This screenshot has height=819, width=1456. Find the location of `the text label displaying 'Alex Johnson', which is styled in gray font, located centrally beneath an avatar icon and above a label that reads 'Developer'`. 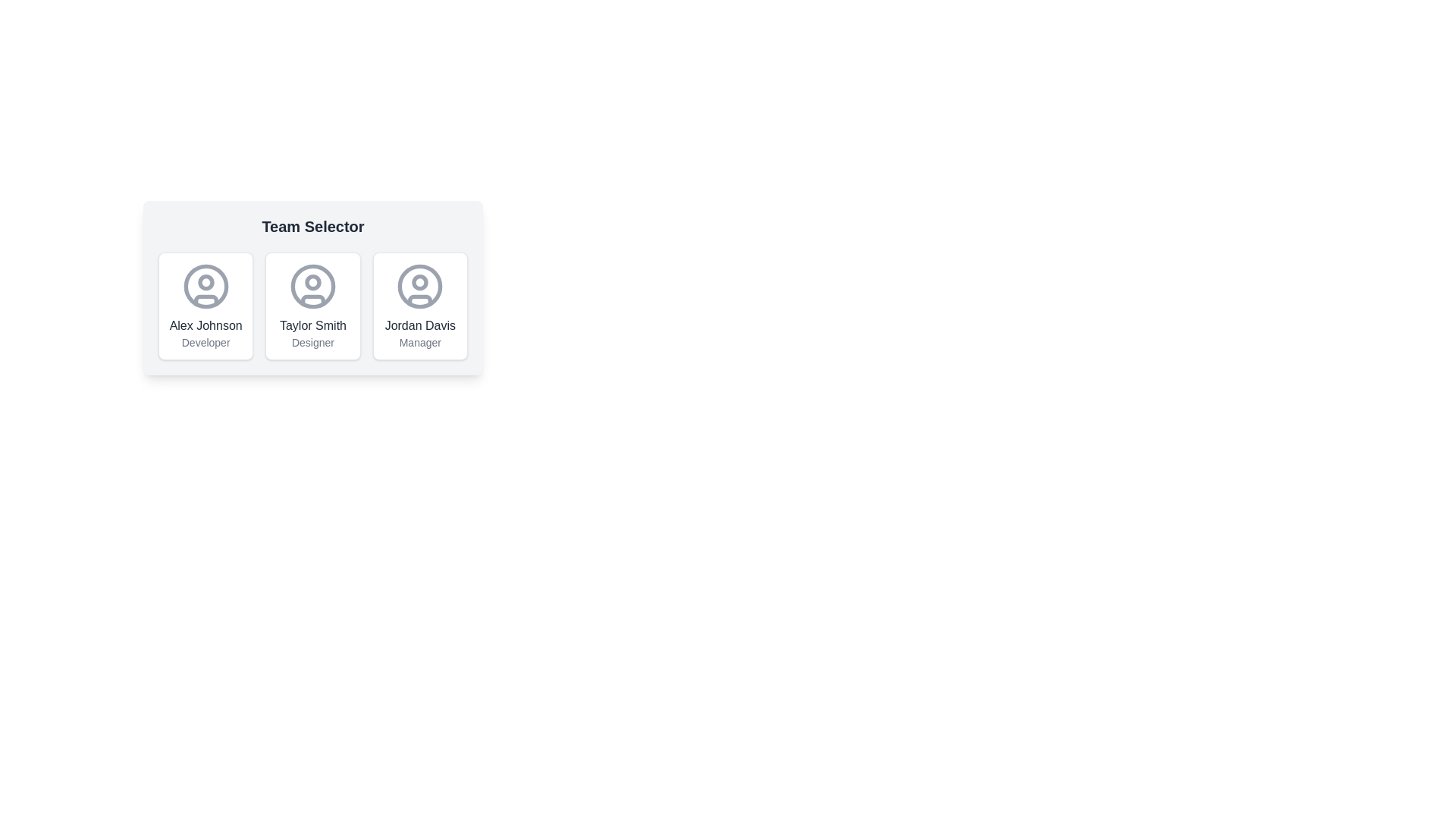

the text label displaying 'Alex Johnson', which is styled in gray font, located centrally beneath an avatar icon and above a label that reads 'Developer' is located at coordinates (205, 325).